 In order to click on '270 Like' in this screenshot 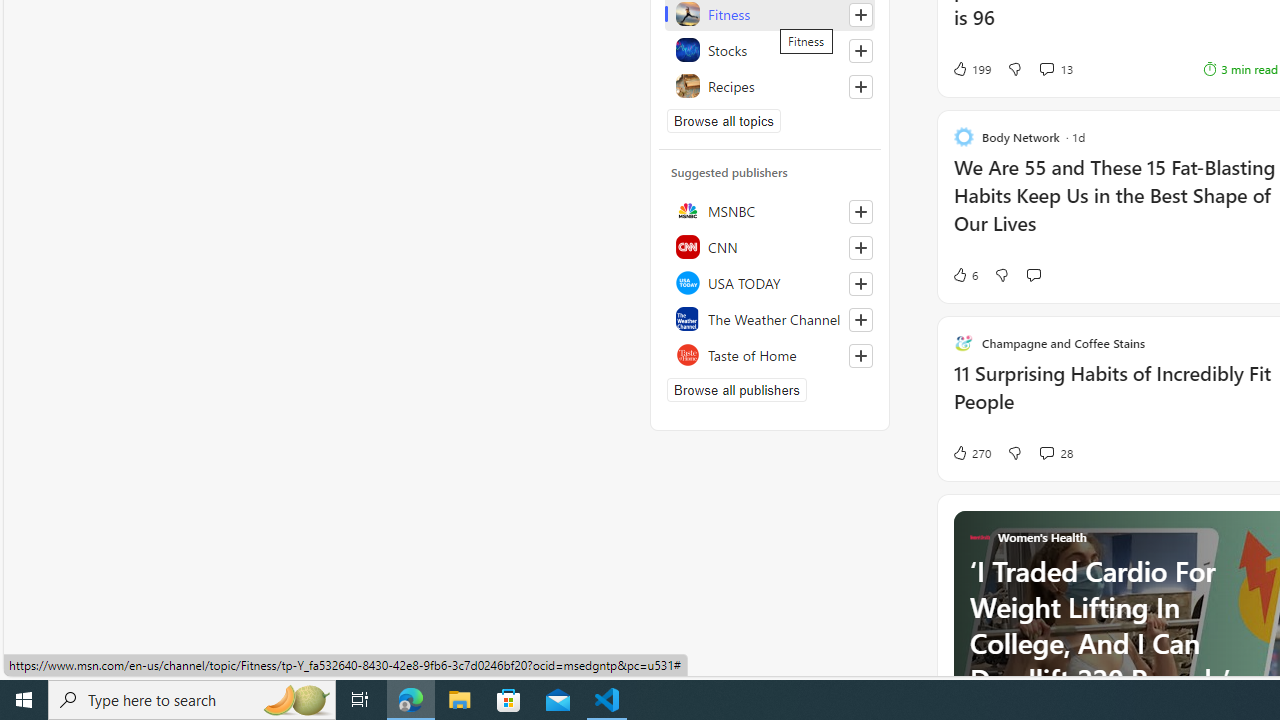, I will do `click(970, 452)`.